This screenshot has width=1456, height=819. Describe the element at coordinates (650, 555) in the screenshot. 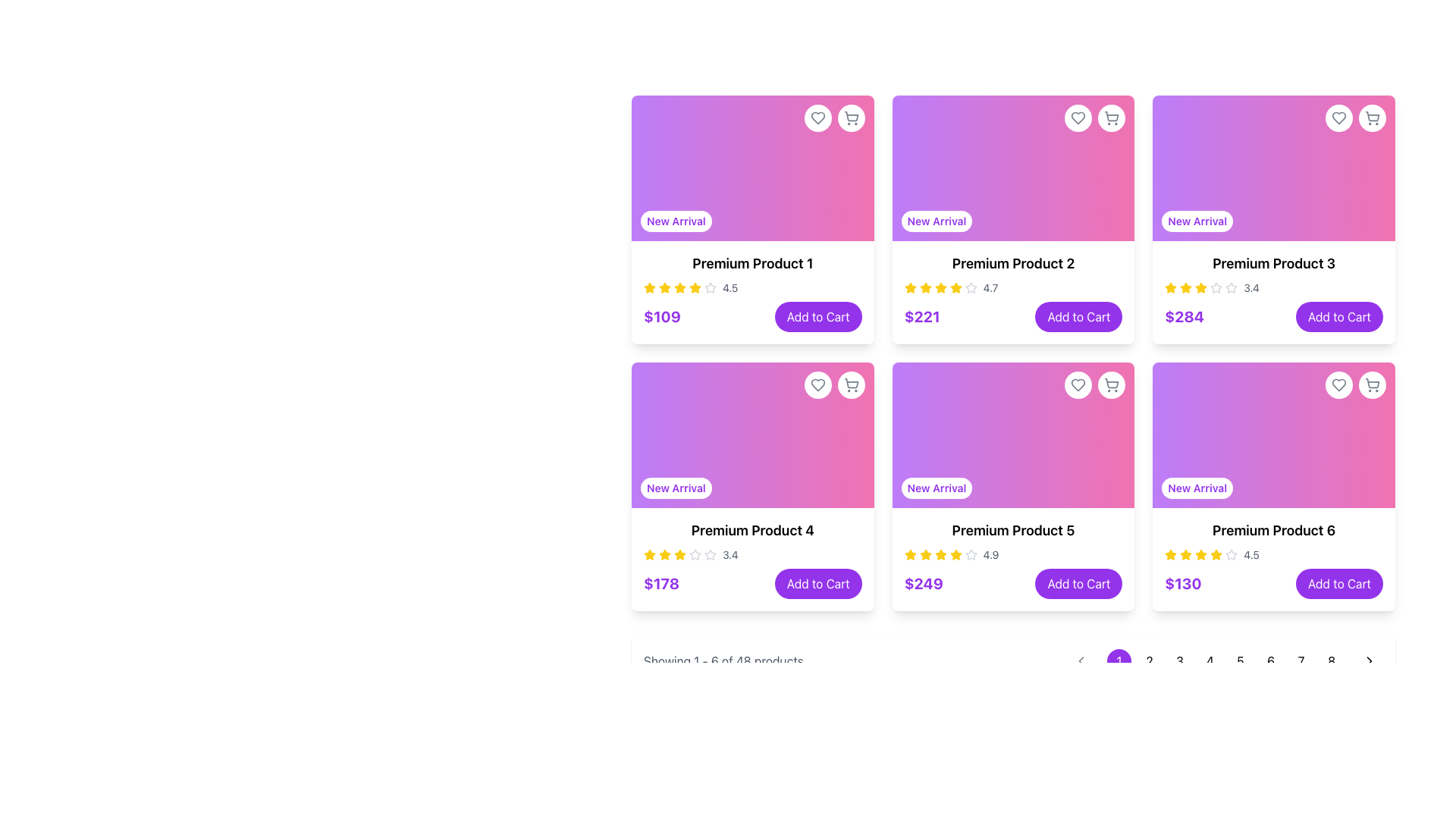

I see `the first star icon in the star rating system below the title 'Premium Product 4'` at that location.